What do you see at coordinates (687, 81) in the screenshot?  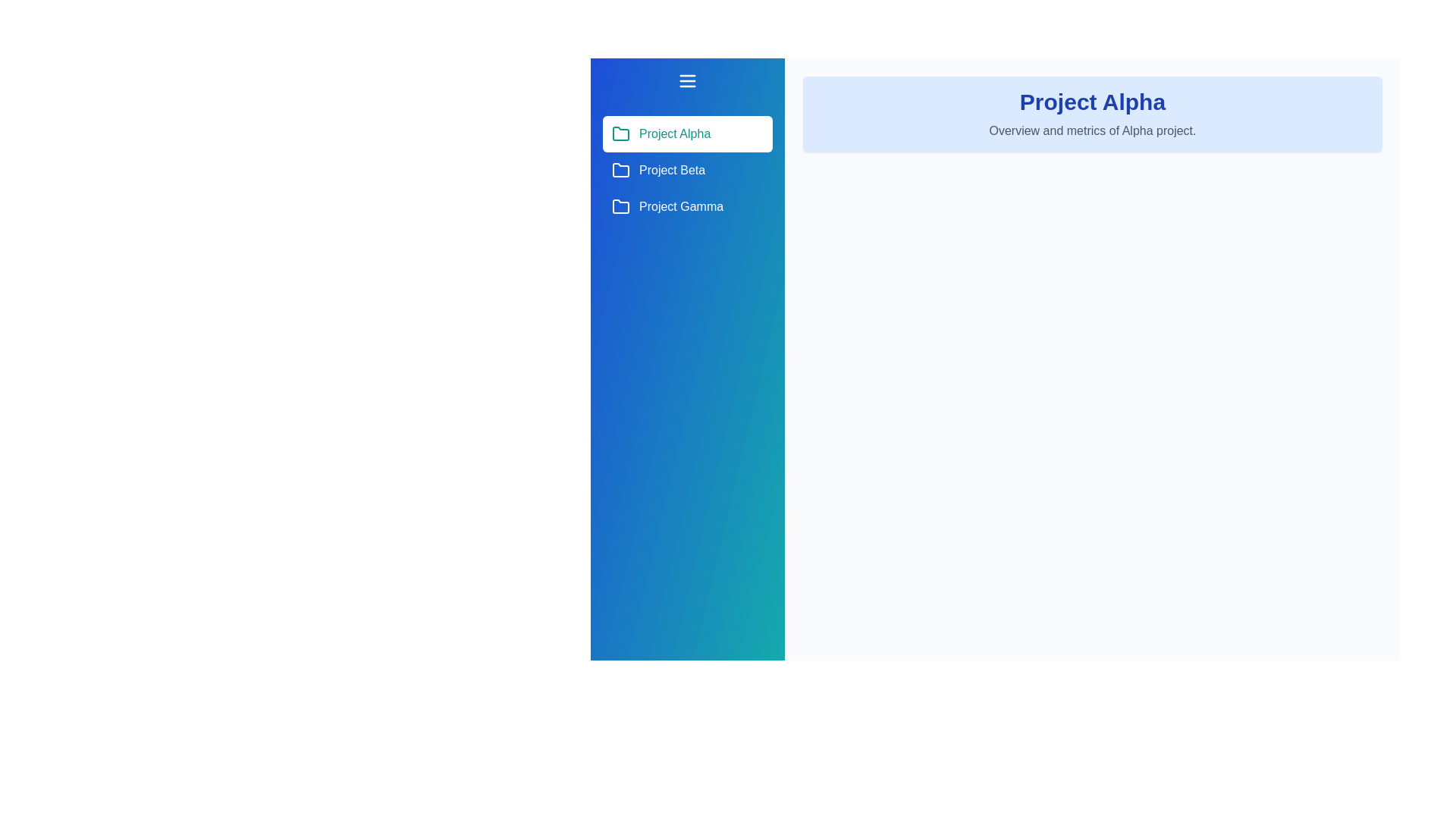 I see `the sidebar toggle button to toggle its visibility` at bounding box center [687, 81].